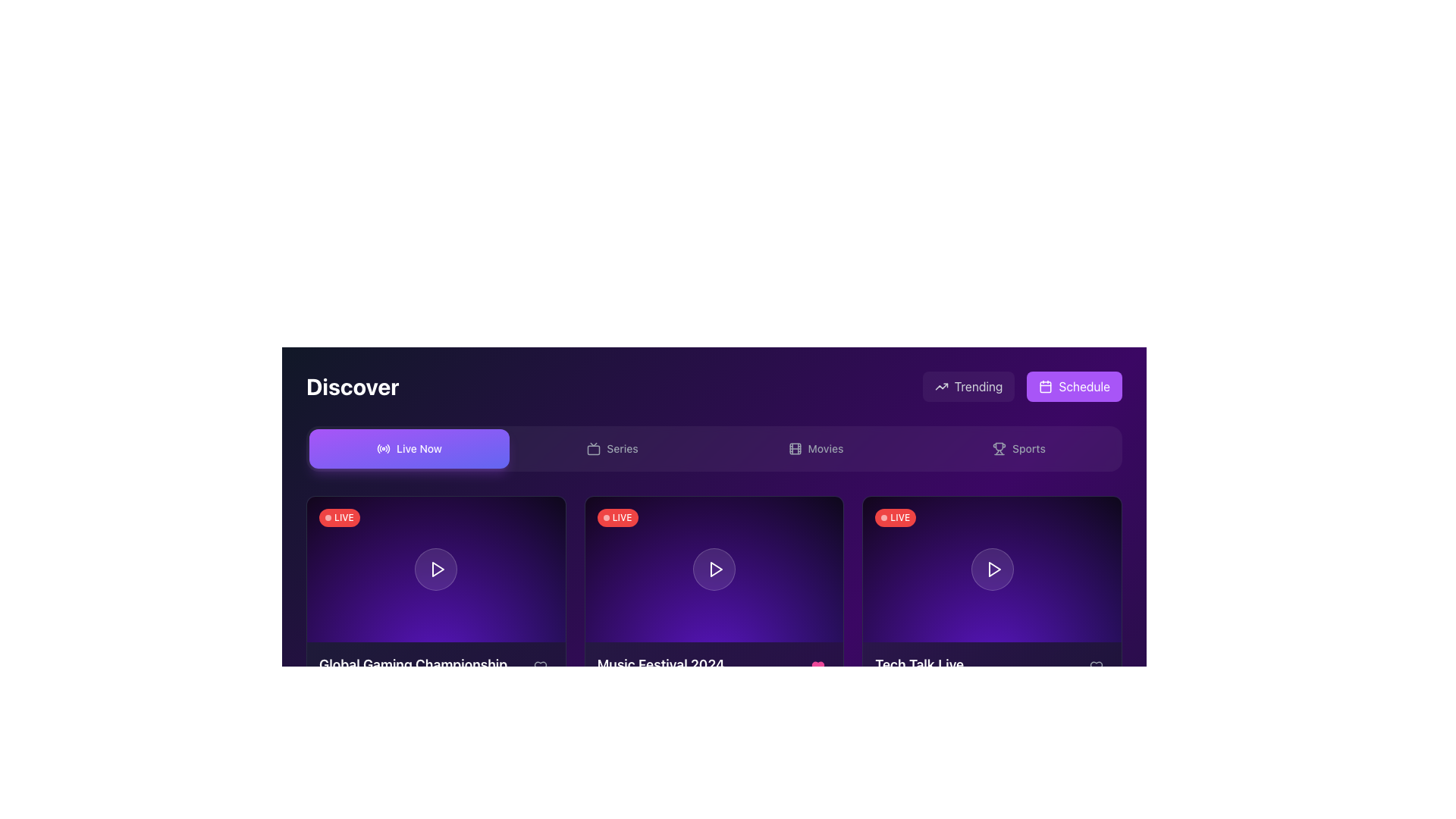 The width and height of the screenshot is (1456, 819). What do you see at coordinates (992, 666) in the screenshot?
I see `text of the label displaying 'Tech Talk Live' in white color within a purple-themed card located at the bottom-center of the card` at bounding box center [992, 666].